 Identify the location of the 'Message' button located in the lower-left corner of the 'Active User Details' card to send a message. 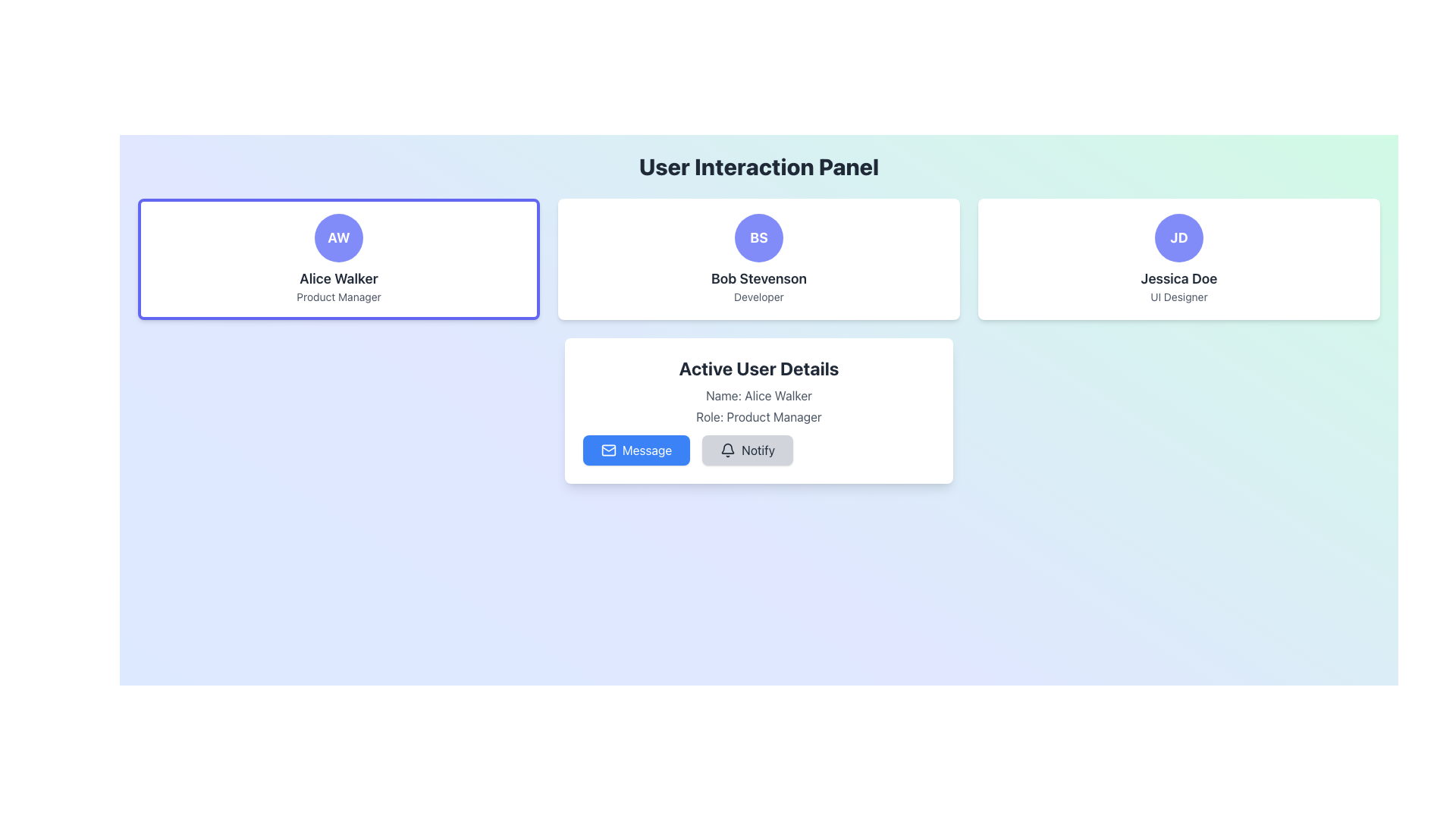
(608, 447).